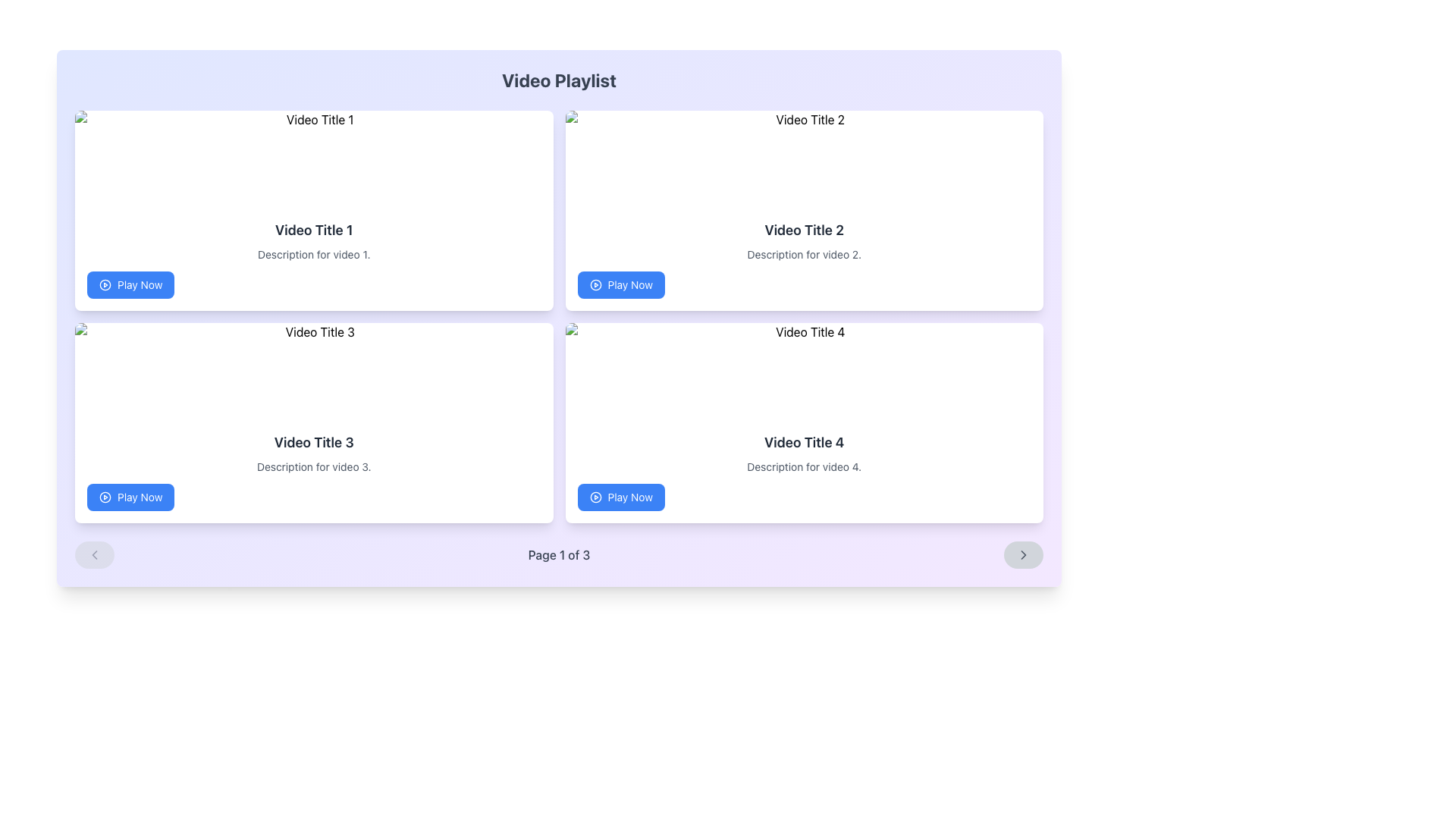 The image size is (1456, 819). Describe the element at coordinates (105, 284) in the screenshot. I see `the circular play icon with a triangle pointing to the right, embedded within the blue 'Play Now' button in the upper-left card labeled 'Video Title 1', to initiate playback` at that location.